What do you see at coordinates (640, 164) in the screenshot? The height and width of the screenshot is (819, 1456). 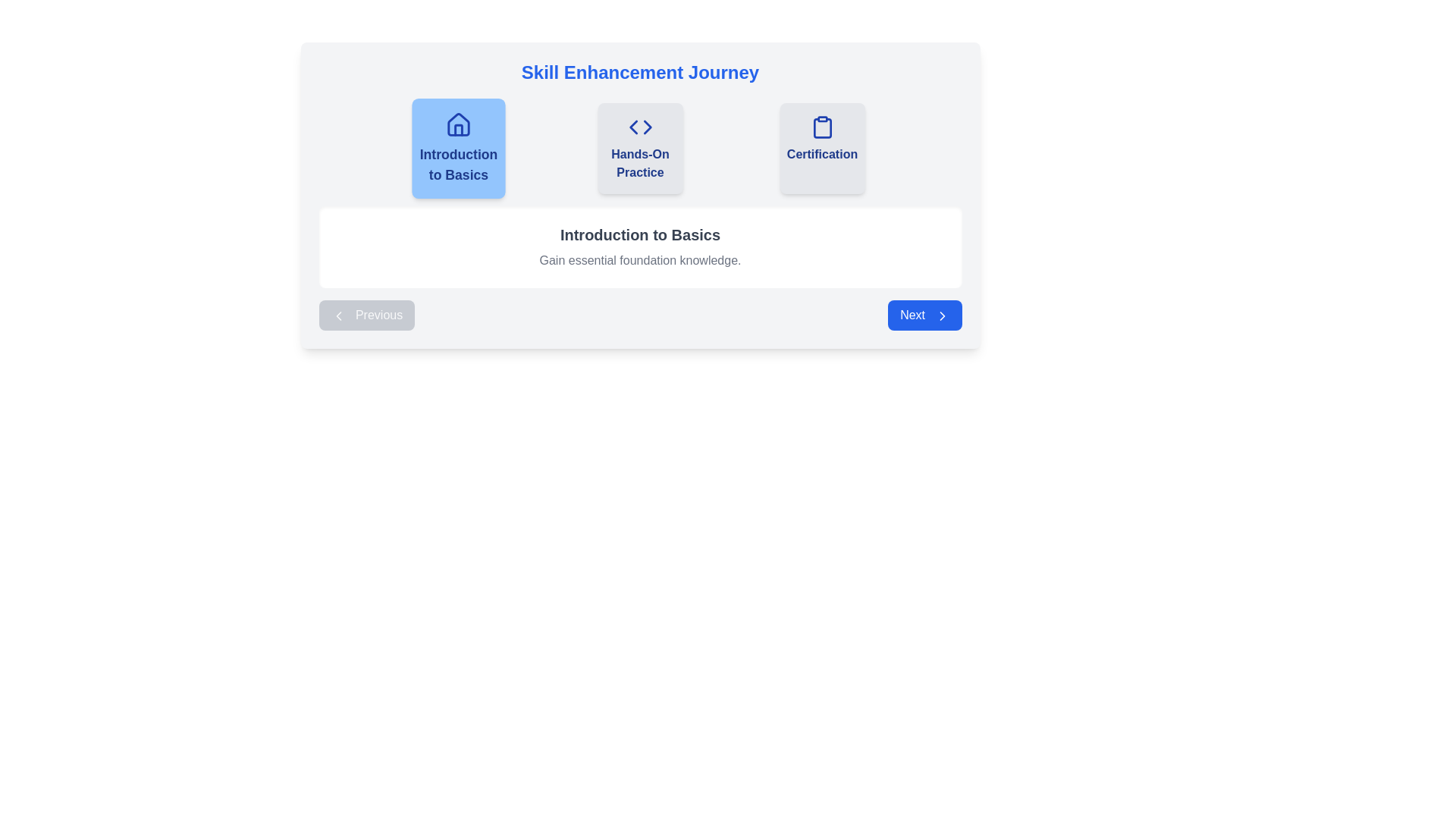 I see `the 'Hands-On Practice' text label` at bounding box center [640, 164].